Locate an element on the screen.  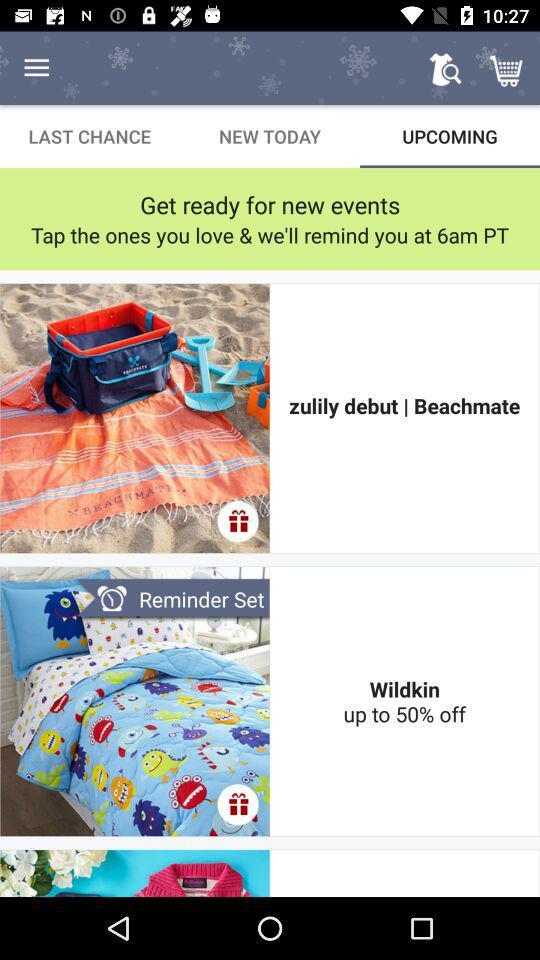
the icon below the tap the ones item is located at coordinates (404, 417).